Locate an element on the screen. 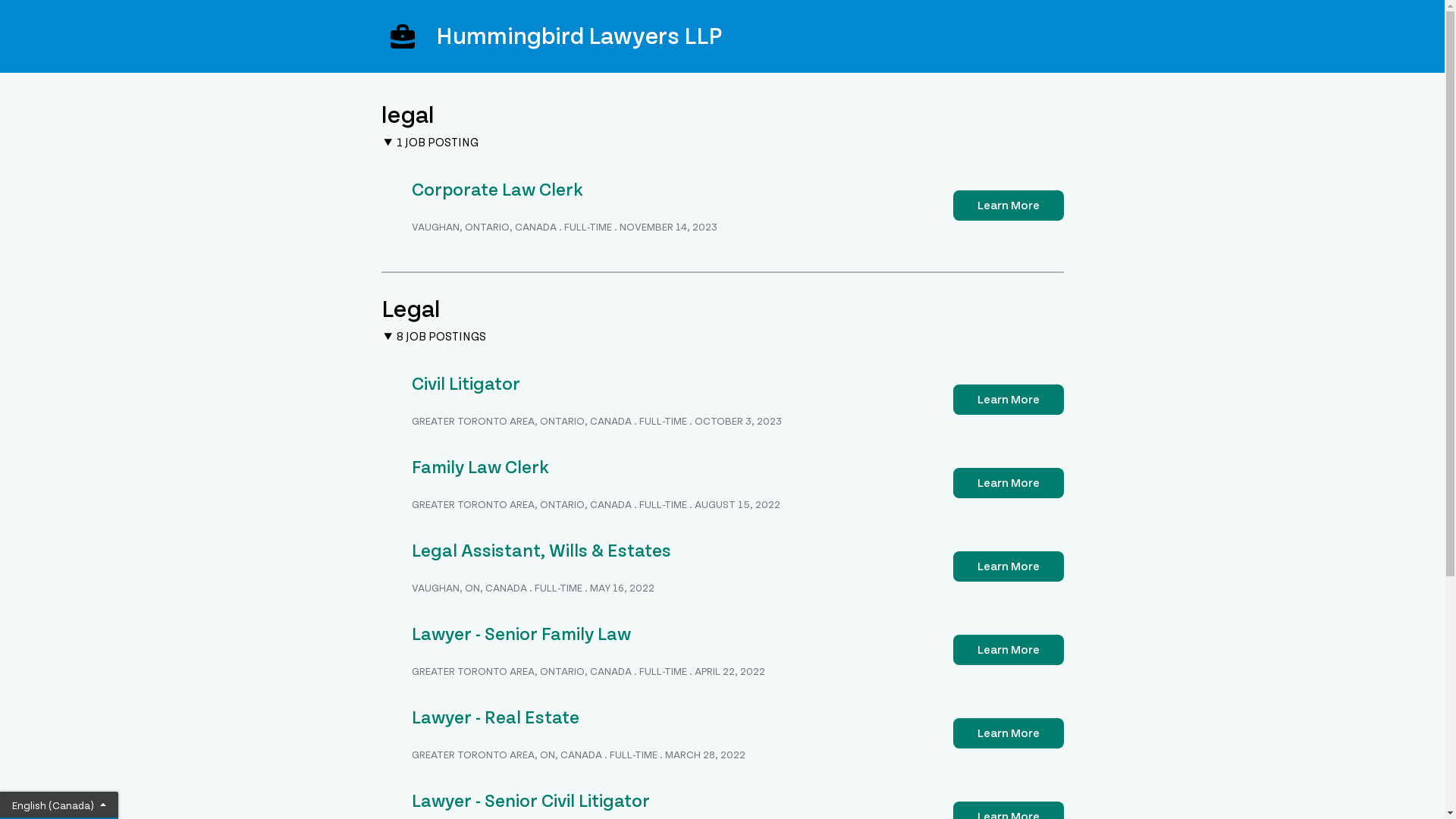 The height and width of the screenshot is (819, 1456). 'Lawyer - Senior Civil Litigator' is located at coordinates (530, 800).